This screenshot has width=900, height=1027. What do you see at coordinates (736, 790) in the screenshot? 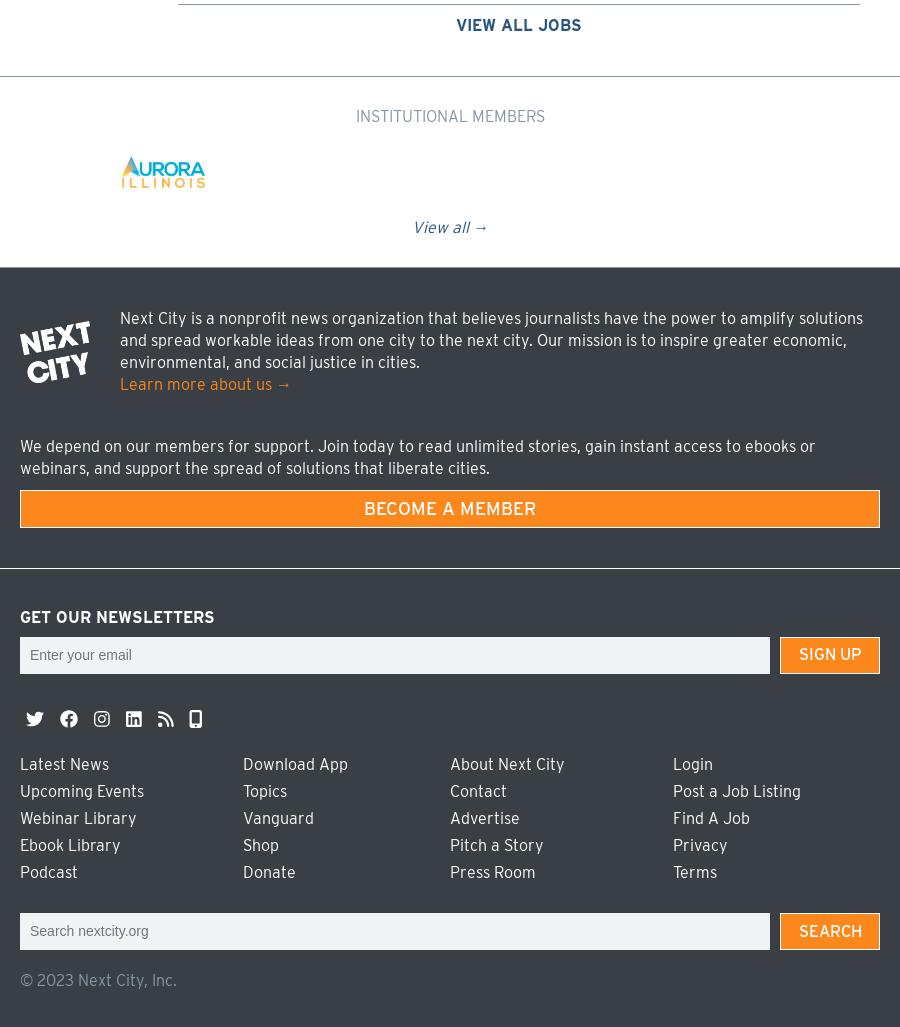
I see `'Post a Job Listing'` at bounding box center [736, 790].